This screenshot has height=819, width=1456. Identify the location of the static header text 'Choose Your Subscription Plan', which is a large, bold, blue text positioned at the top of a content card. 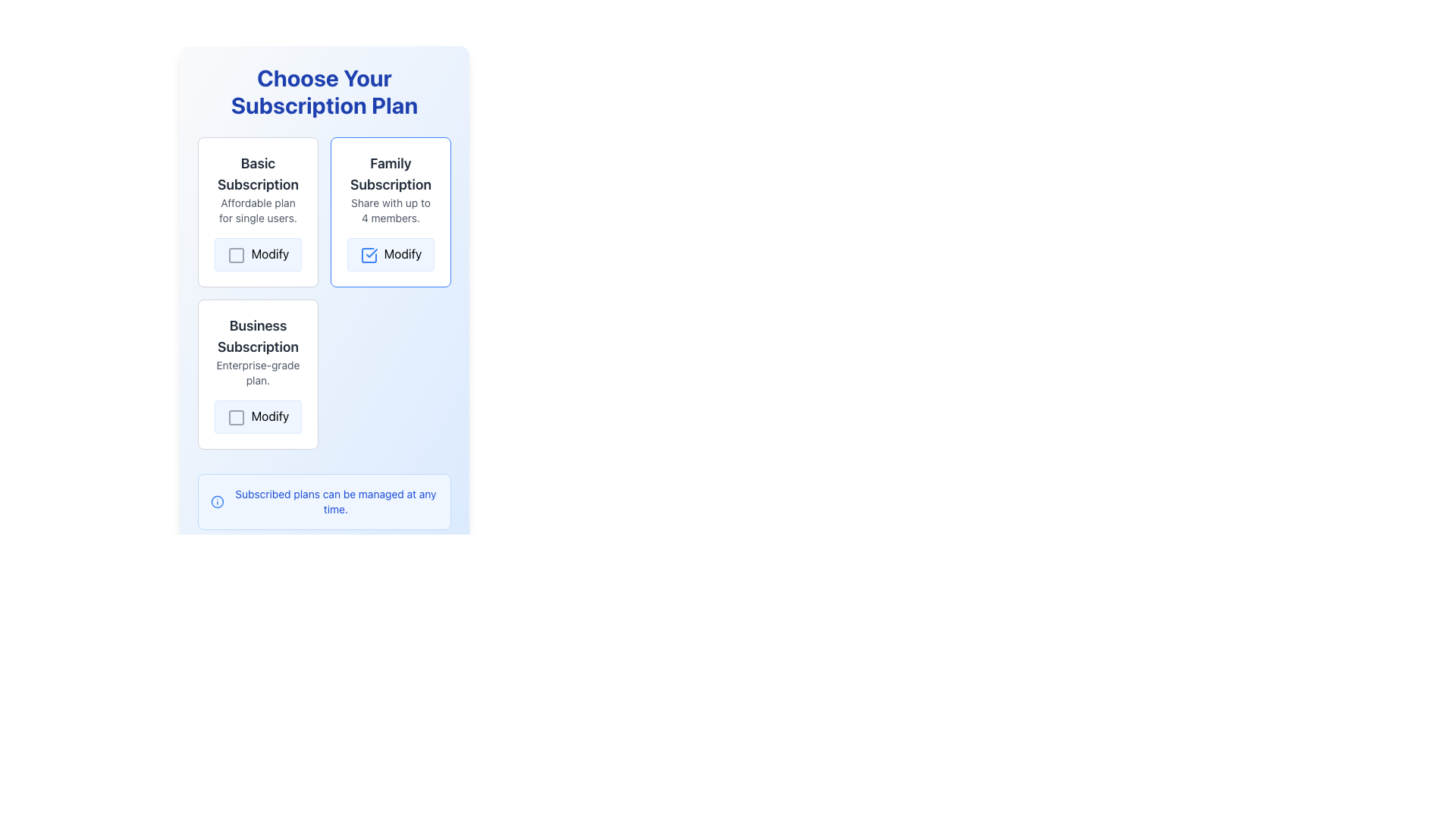
(323, 91).